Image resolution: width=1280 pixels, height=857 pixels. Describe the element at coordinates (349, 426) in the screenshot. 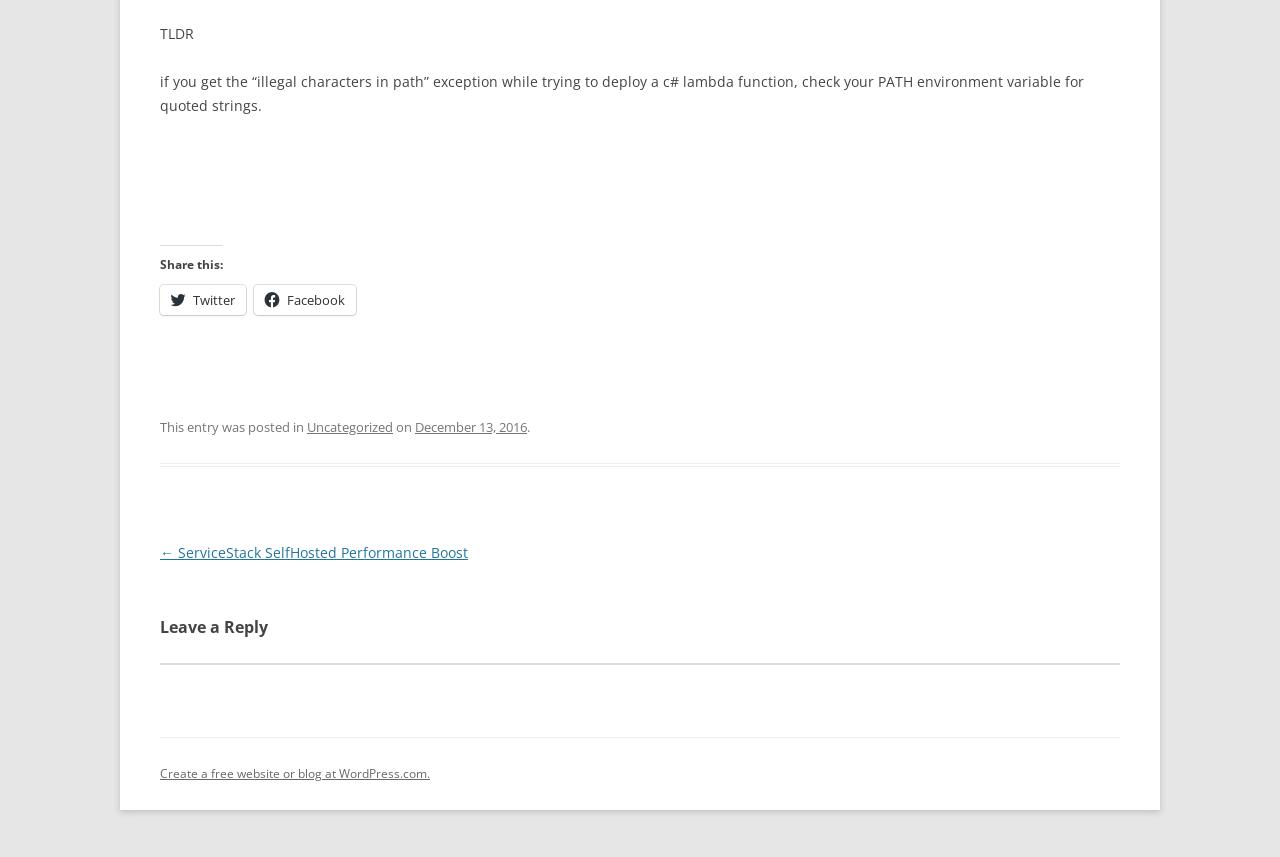

I see `'Uncategorized'` at that location.